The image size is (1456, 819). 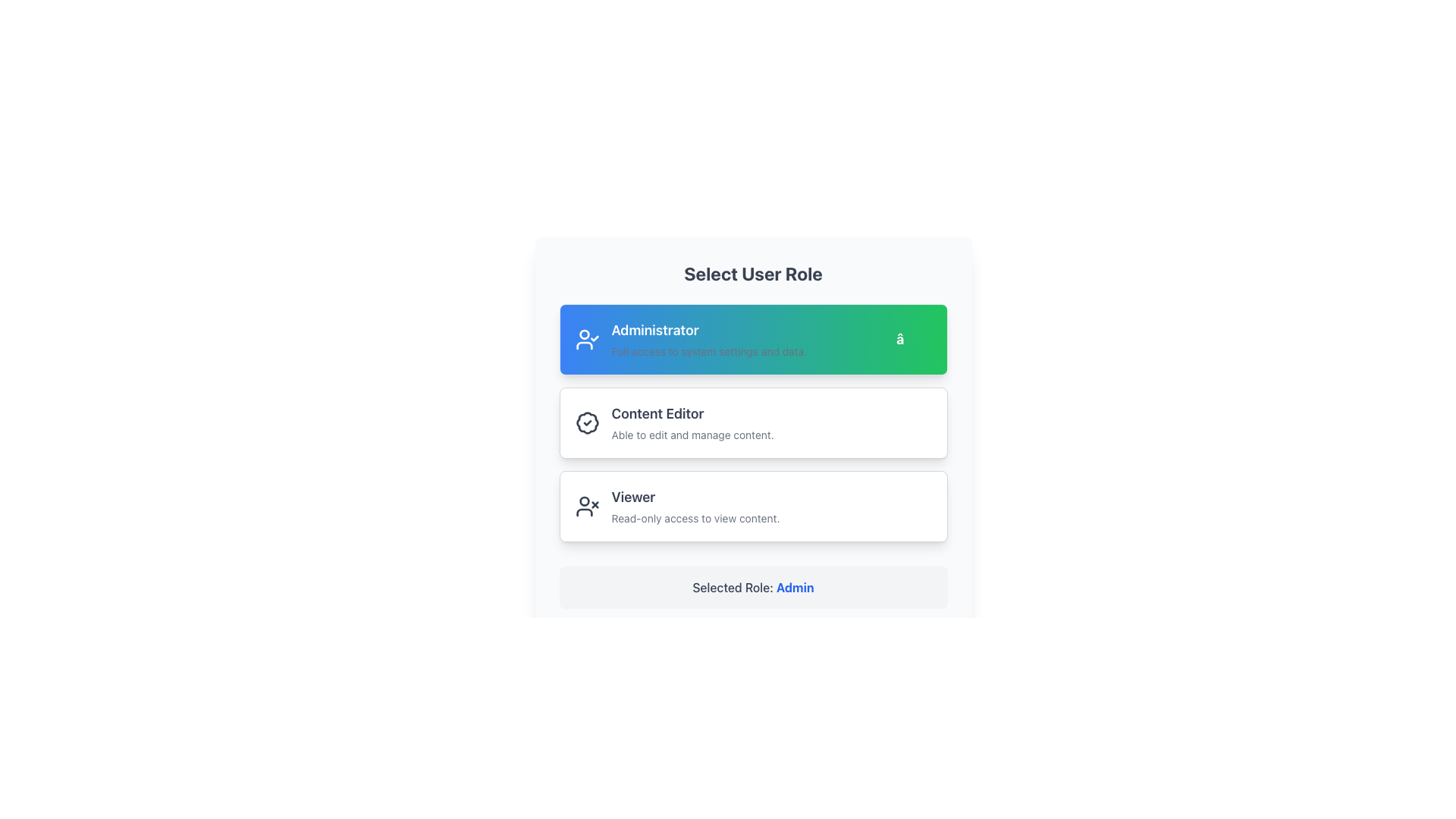 What do you see at coordinates (586, 506) in the screenshot?
I see `the SVG icon that represents the 'Viewer' role, located at the top-left inside the card labeled 'Viewer', which is the third card in the list under 'Select User Role'` at bounding box center [586, 506].